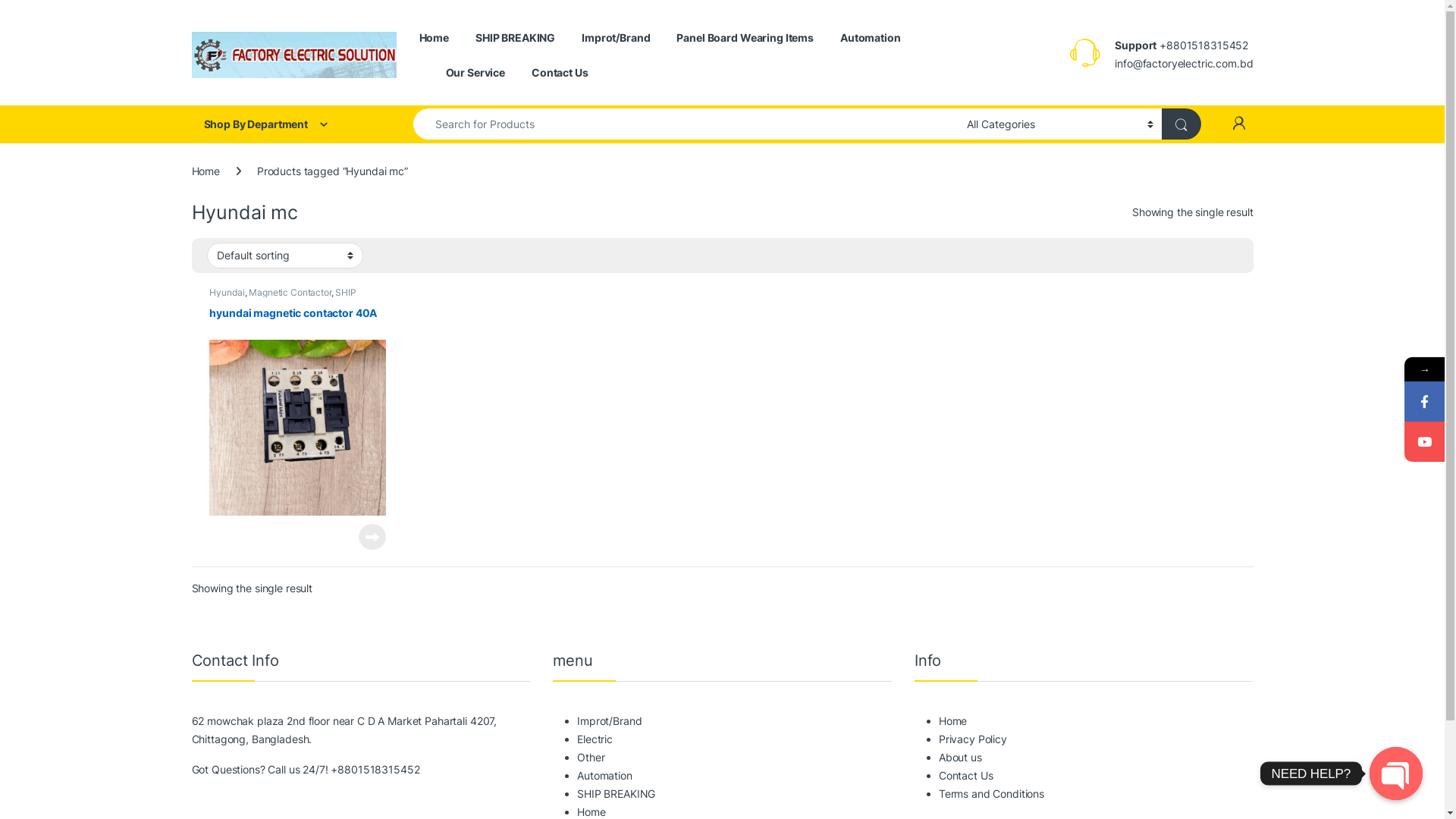  Describe the element at coordinates (515, 37) in the screenshot. I see `'SHIP BREAKING'` at that location.